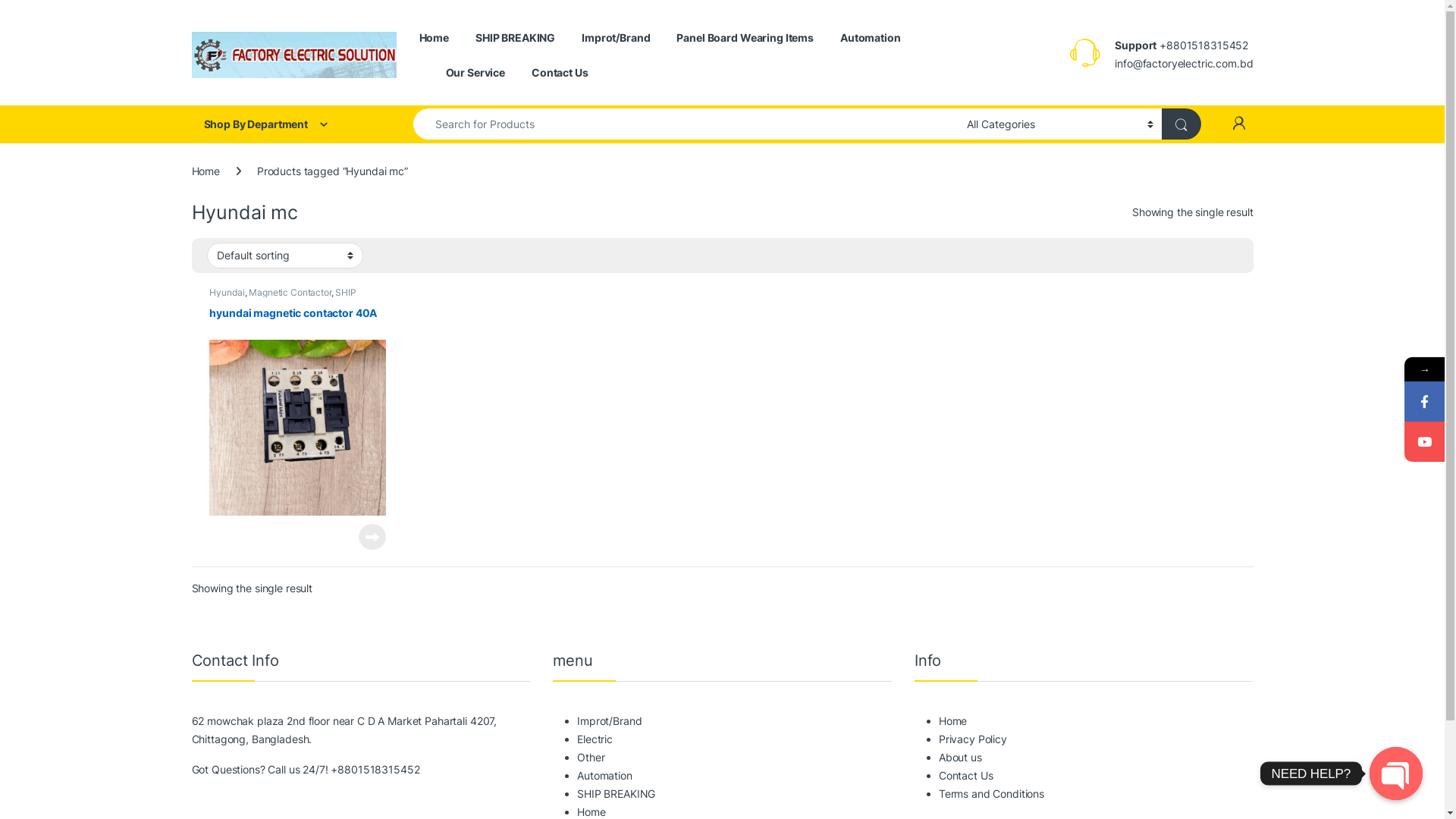  Describe the element at coordinates (515, 37) in the screenshot. I see `'SHIP BREAKING'` at that location.